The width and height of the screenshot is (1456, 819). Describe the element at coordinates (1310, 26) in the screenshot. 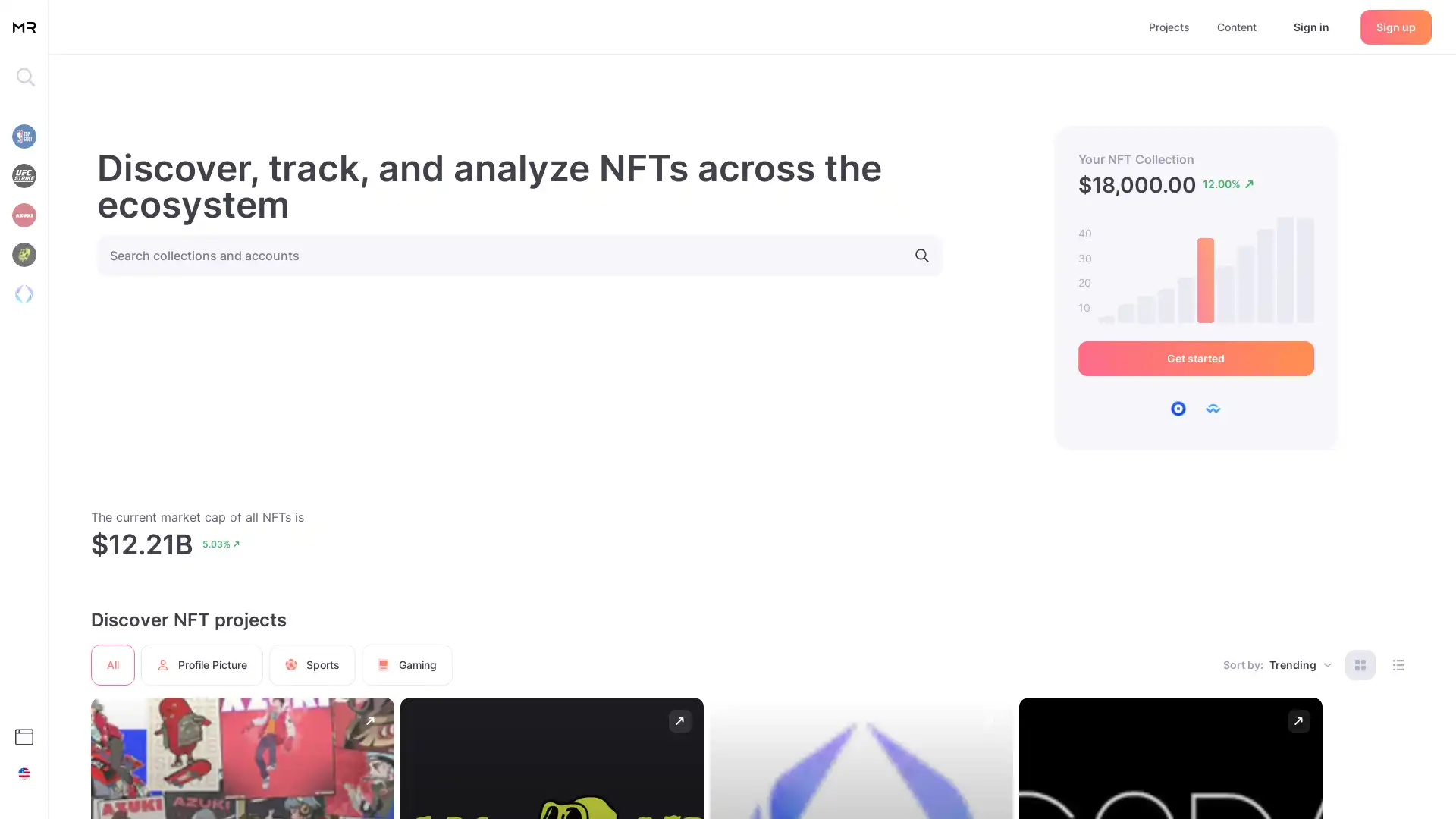

I see `Sign in` at that location.